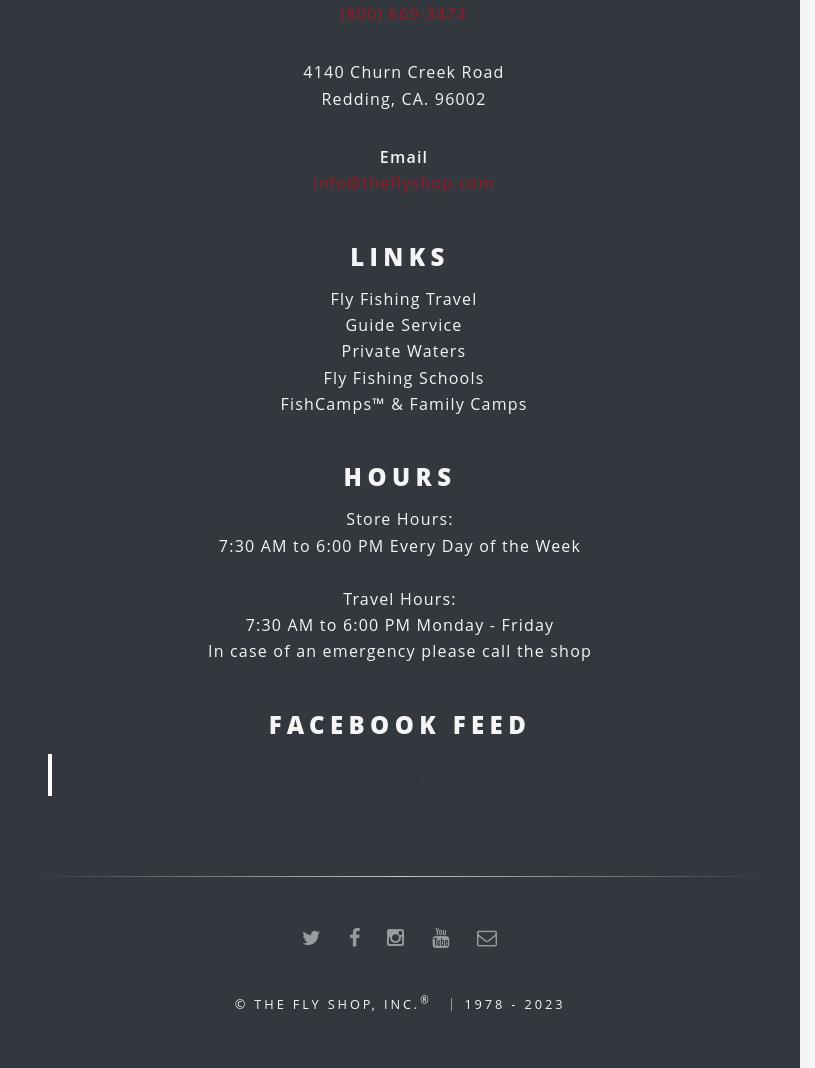 This screenshot has height=1068, width=815. Describe the element at coordinates (339, 350) in the screenshot. I see `'Private Waters'` at that location.